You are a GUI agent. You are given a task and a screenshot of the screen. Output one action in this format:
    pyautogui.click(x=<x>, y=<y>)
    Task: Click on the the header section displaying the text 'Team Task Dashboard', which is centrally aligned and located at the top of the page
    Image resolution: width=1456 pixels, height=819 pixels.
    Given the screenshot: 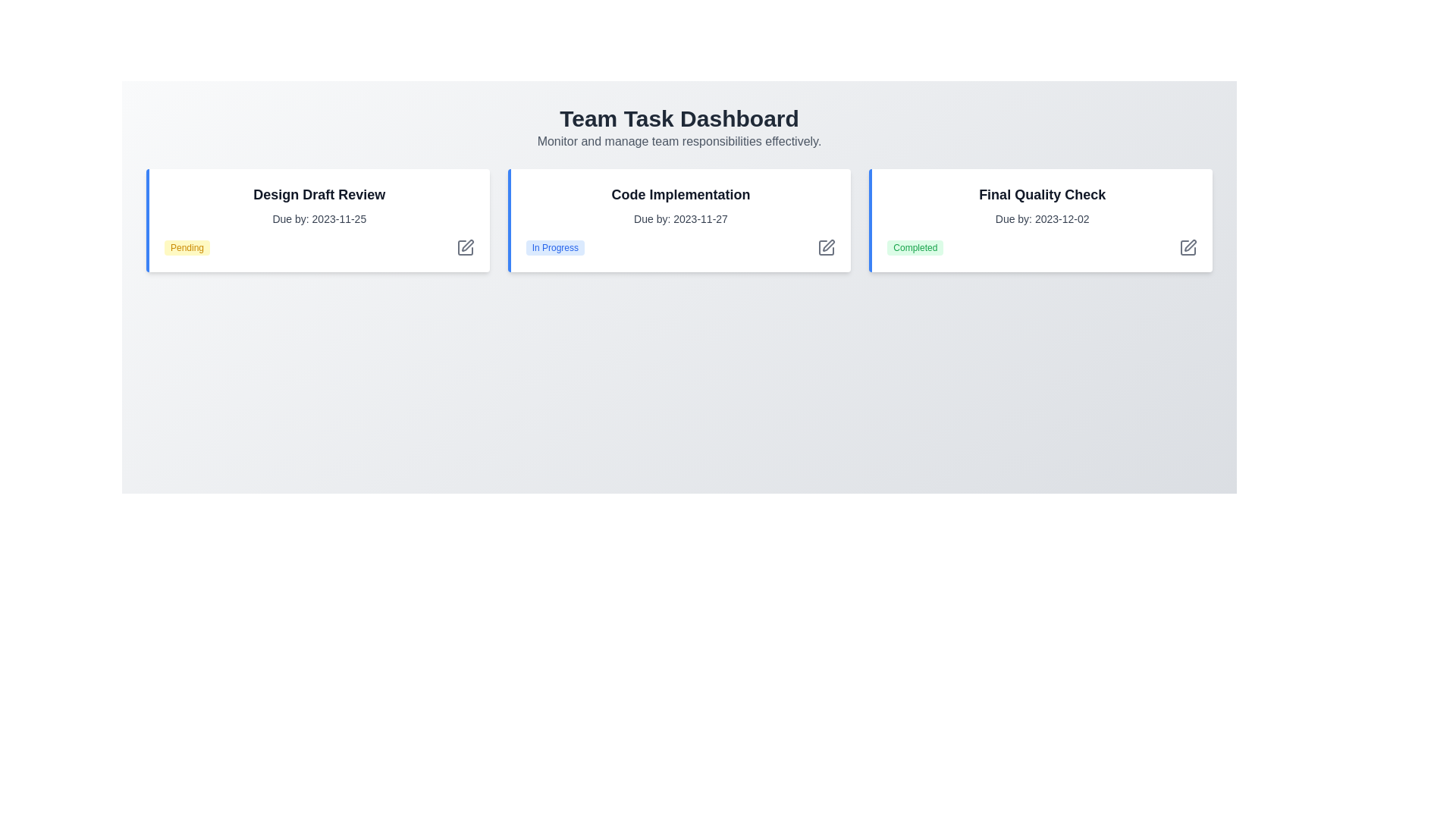 What is the action you would take?
    pyautogui.click(x=679, y=127)
    